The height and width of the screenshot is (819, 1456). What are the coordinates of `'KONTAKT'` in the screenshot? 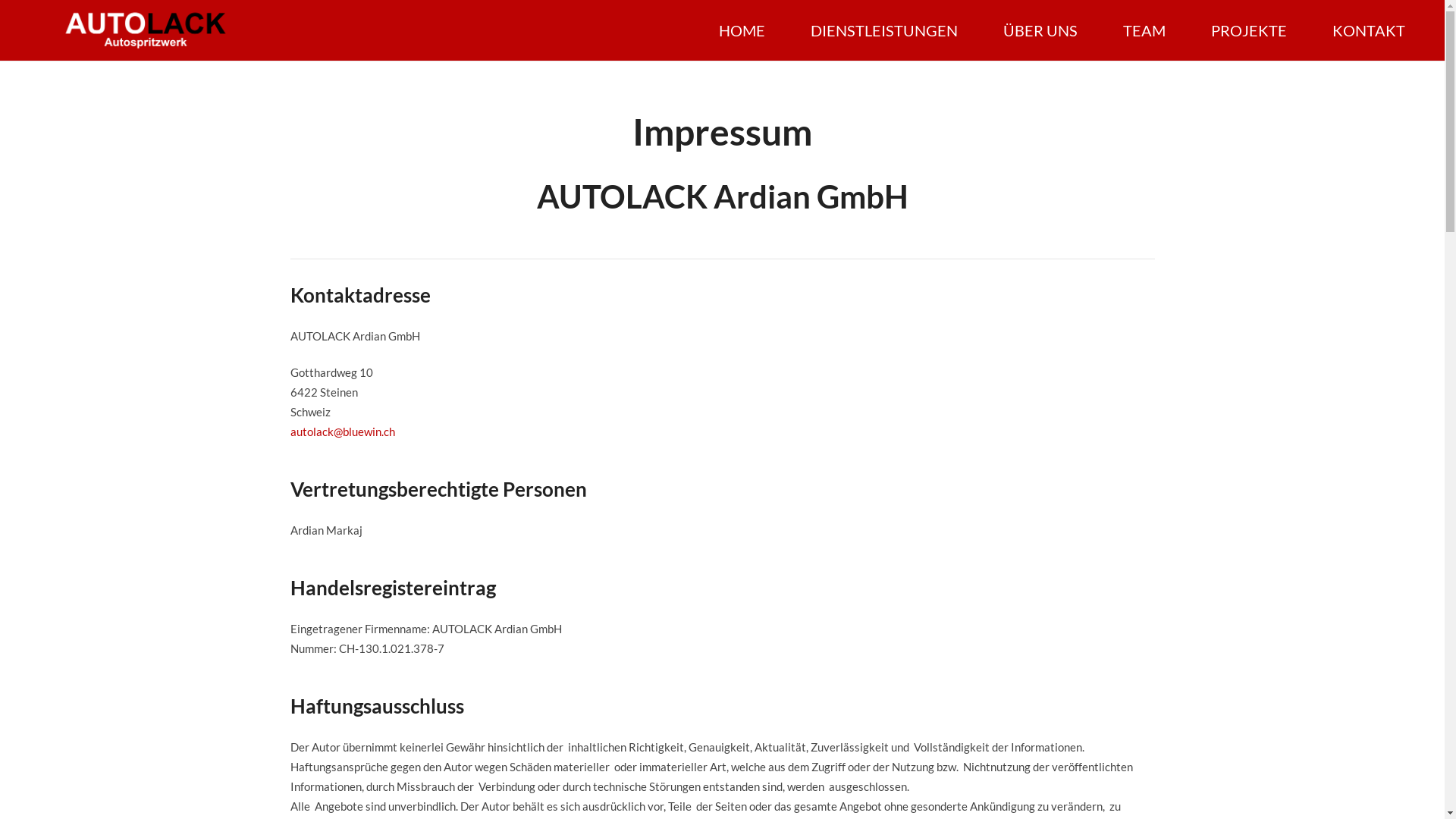 It's located at (1368, 30).